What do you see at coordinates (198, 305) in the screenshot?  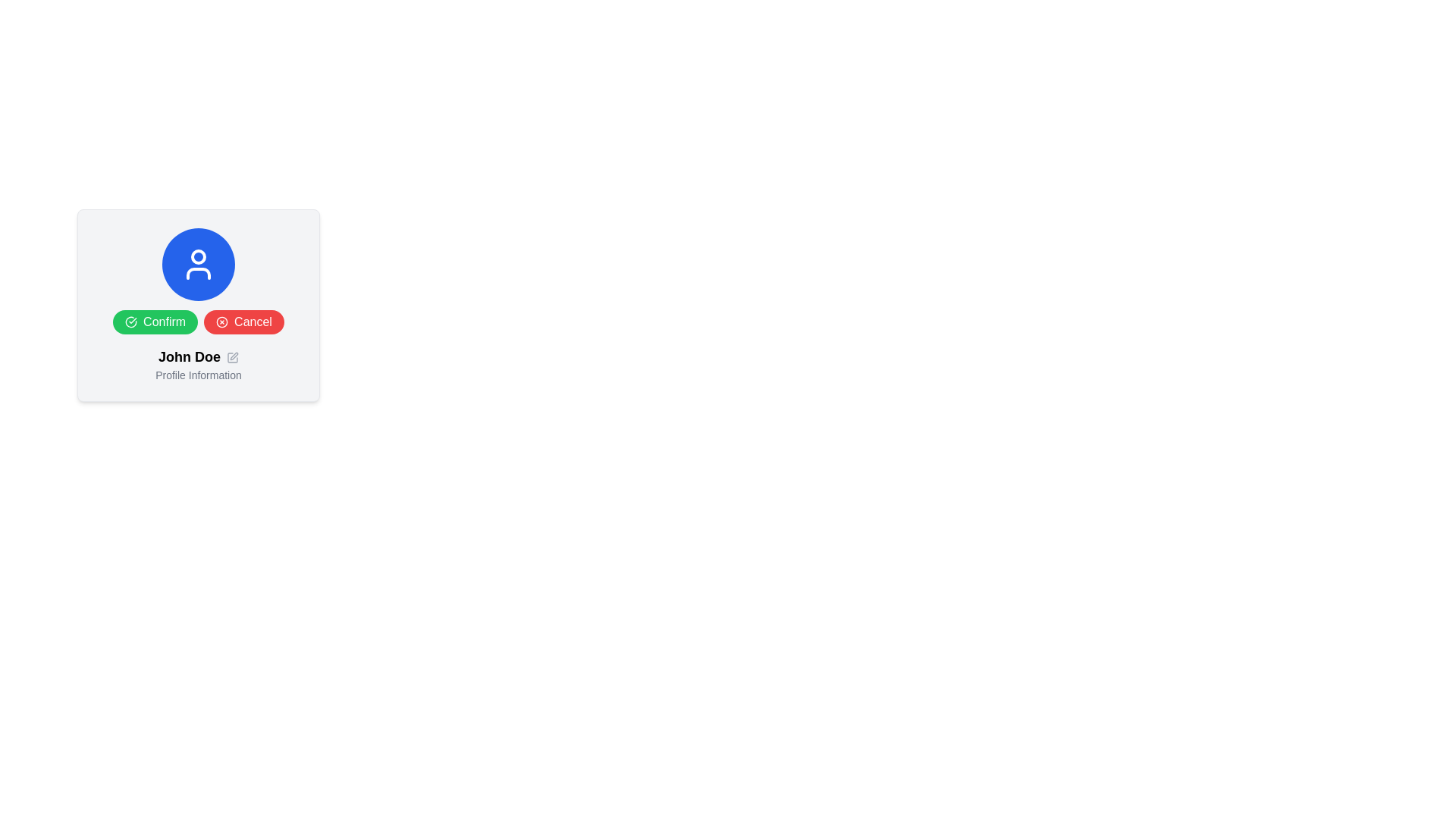 I see `the Confirm button in the Interactive user profile panel to proceed with the action` at bounding box center [198, 305].